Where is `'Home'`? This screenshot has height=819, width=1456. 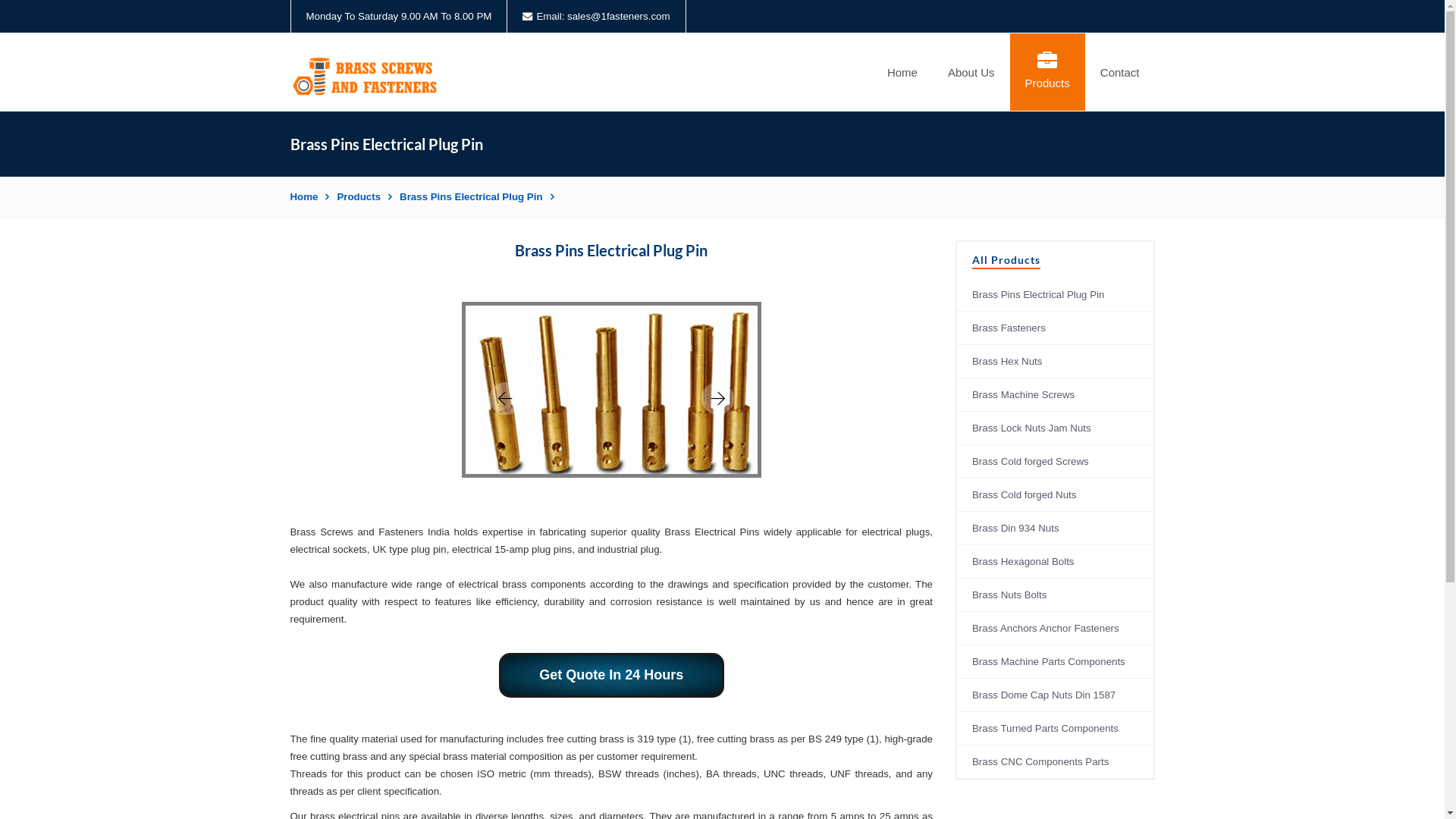
'Home' is located at coordinates (902, 72).